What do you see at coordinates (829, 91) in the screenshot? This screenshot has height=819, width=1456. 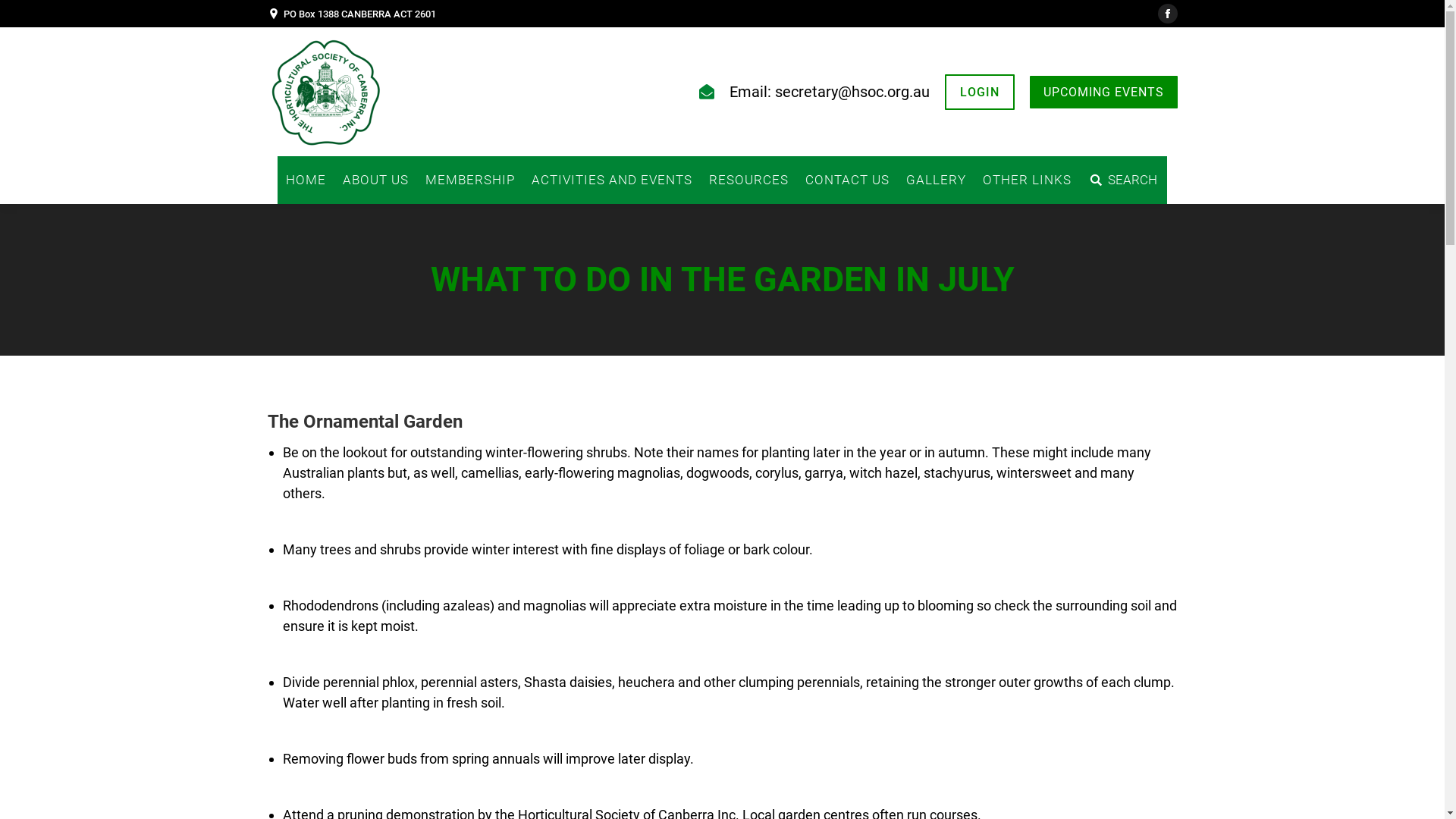 I see `'Email: secretary@hsoc.org.au'` at bounding box center [829, 91].